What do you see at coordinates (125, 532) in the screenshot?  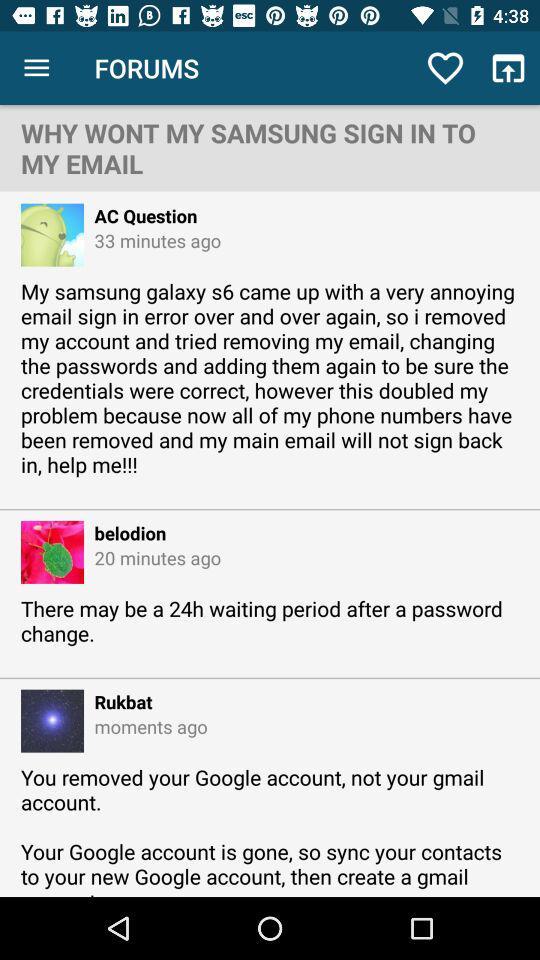 I see `belodion` at bounding box center [125, 532].